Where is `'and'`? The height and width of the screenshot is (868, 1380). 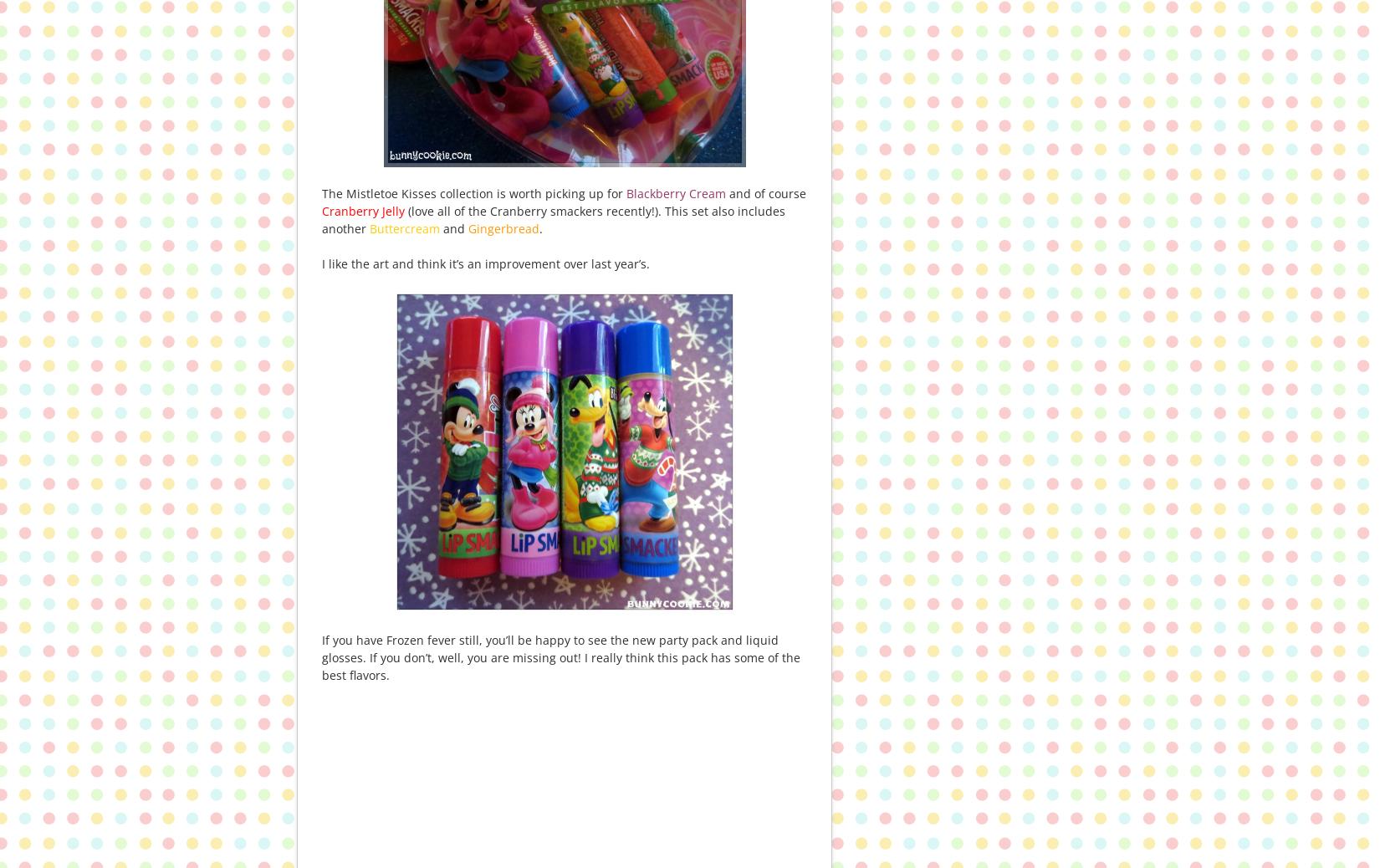 'and' is located at coordinates (452, 228).